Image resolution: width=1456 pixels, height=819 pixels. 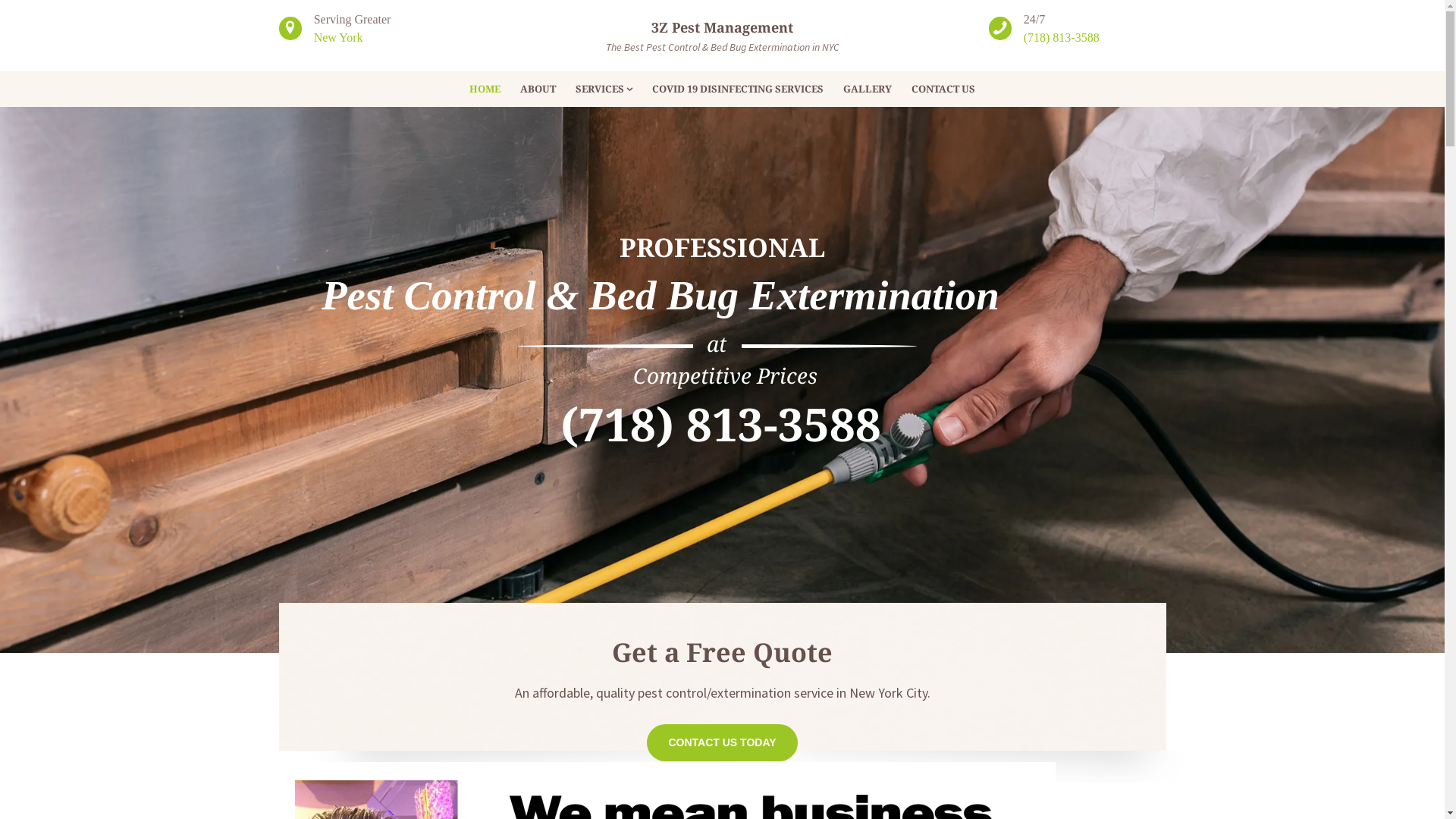 I want to click on 'HOME', so click(x=458, y=89).